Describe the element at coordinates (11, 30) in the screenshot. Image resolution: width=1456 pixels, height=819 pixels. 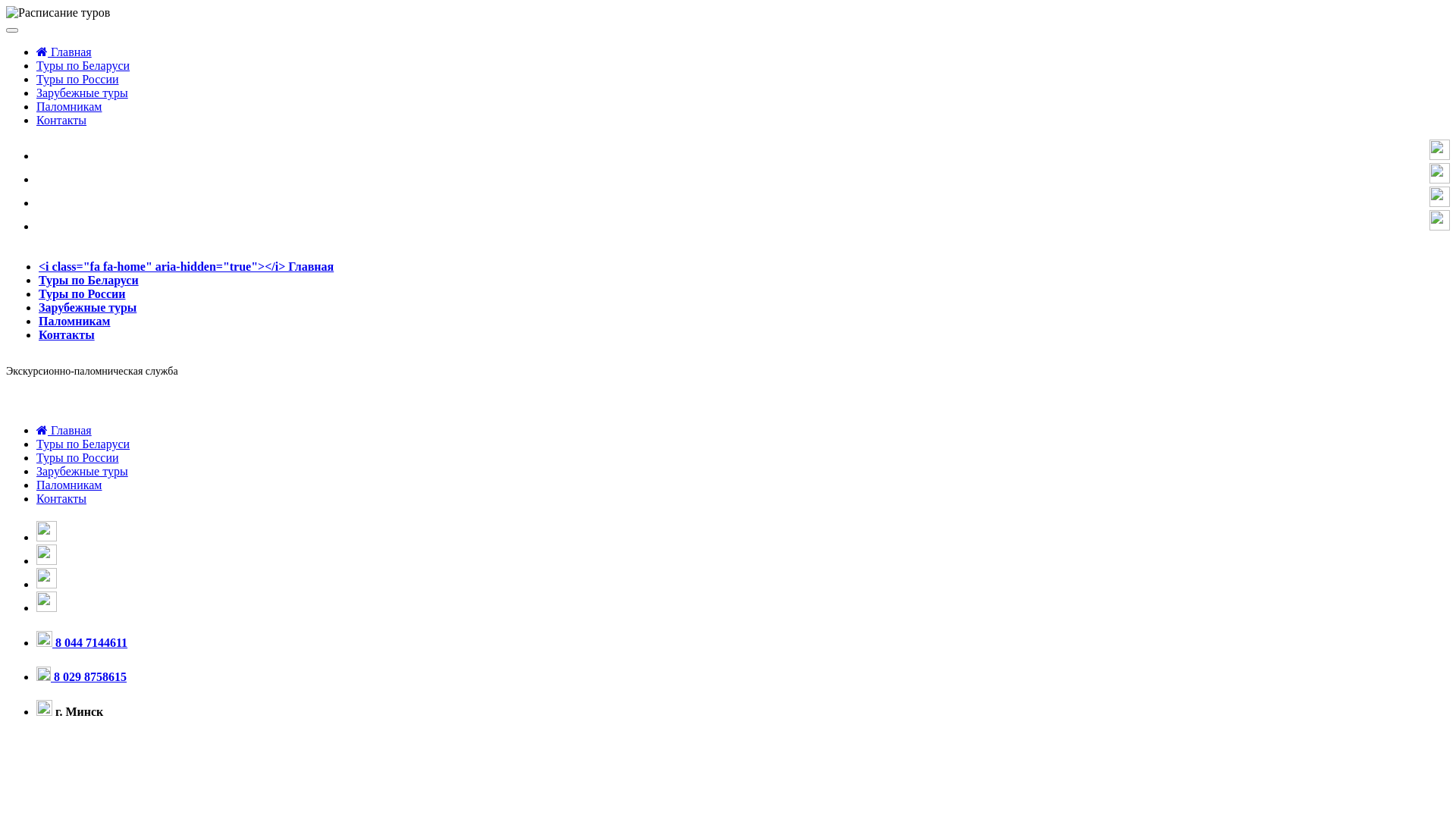
I see `'Toggle navigation'` at that location.